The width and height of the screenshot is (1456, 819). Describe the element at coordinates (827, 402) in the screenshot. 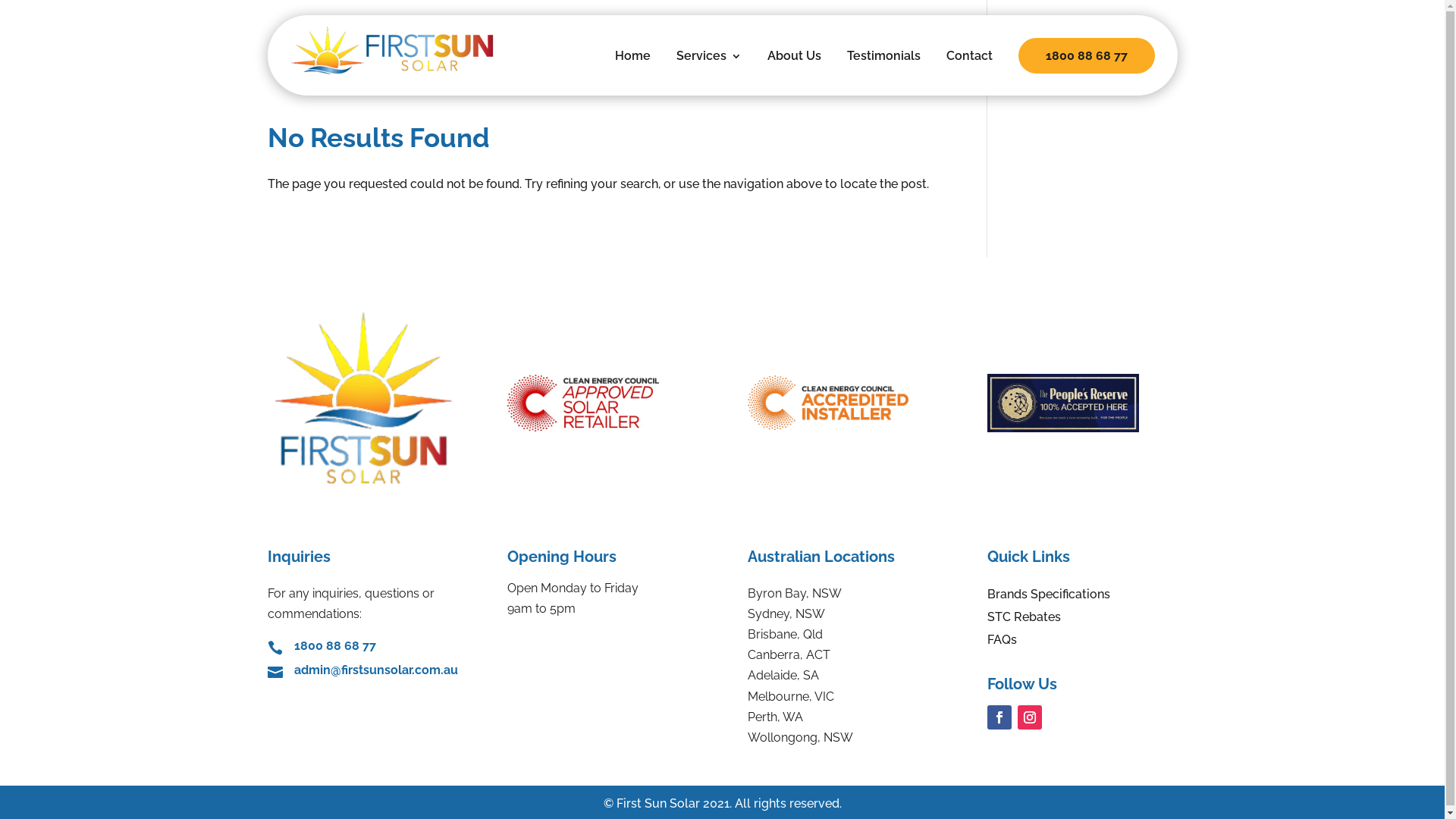

I see `'CEC accredited installer'` at that location.